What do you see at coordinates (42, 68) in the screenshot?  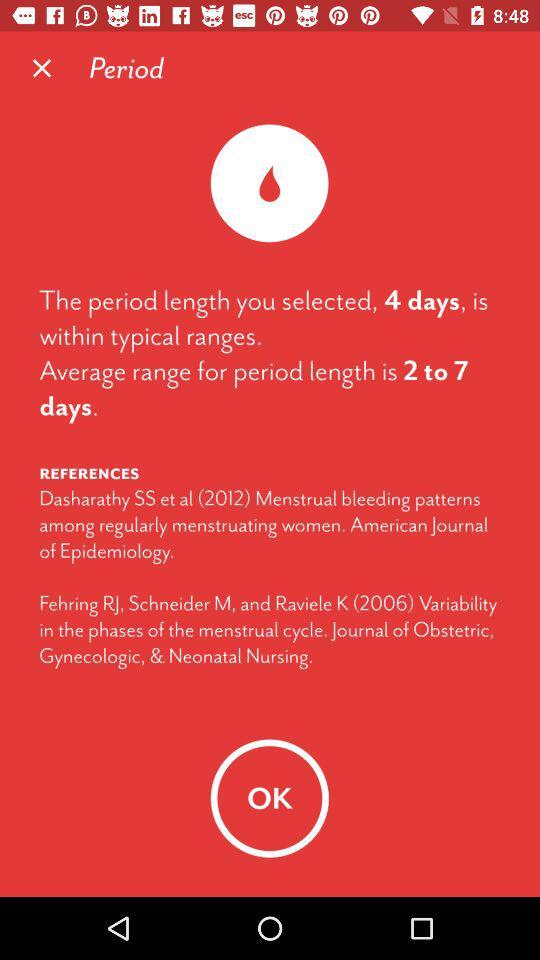 I see `the icon above the period length item` at bounding box center [42, 68].